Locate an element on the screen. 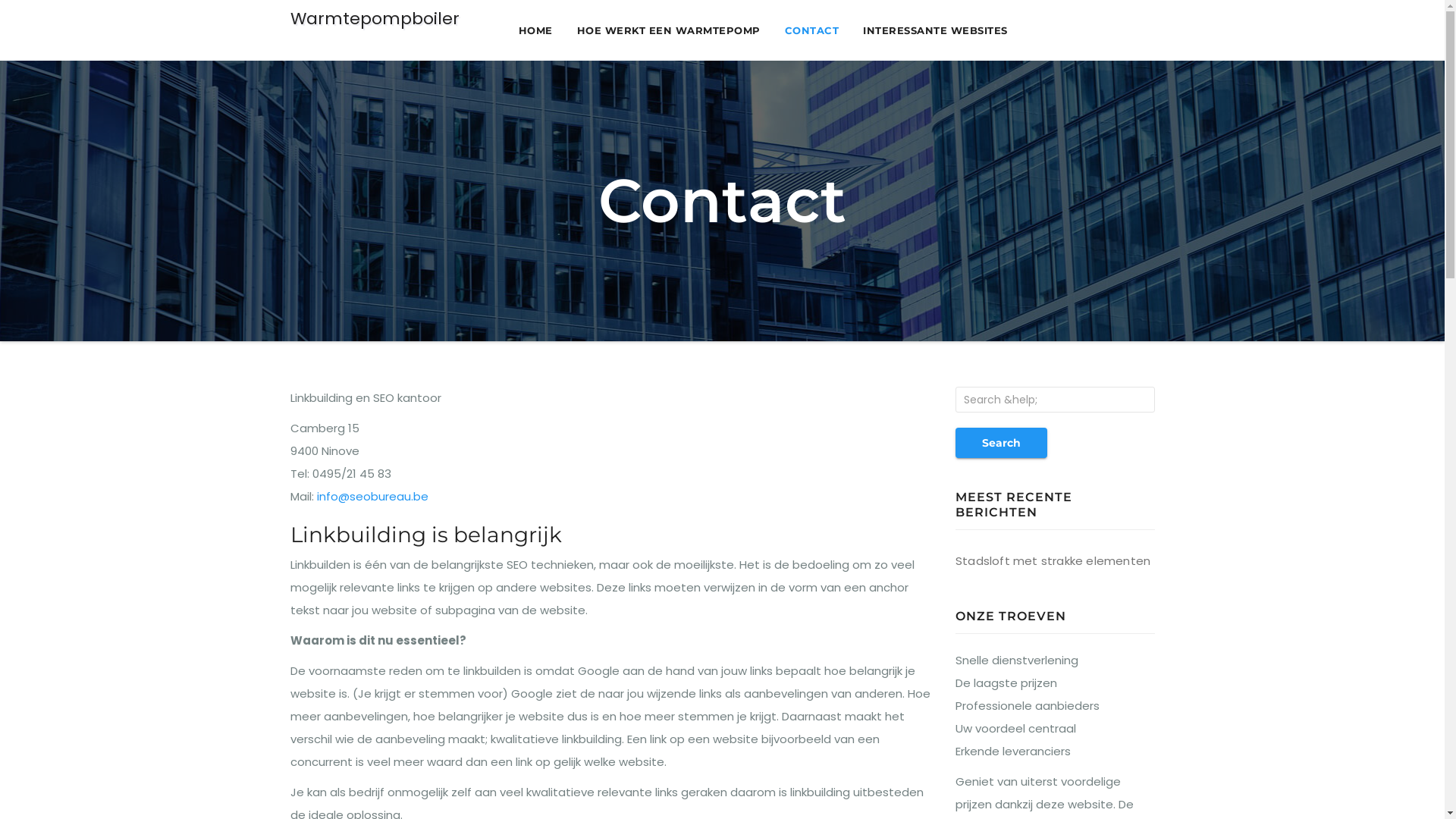 The image size is (1456, 819). 'CONTACT' is located at coordinates (811, 30).